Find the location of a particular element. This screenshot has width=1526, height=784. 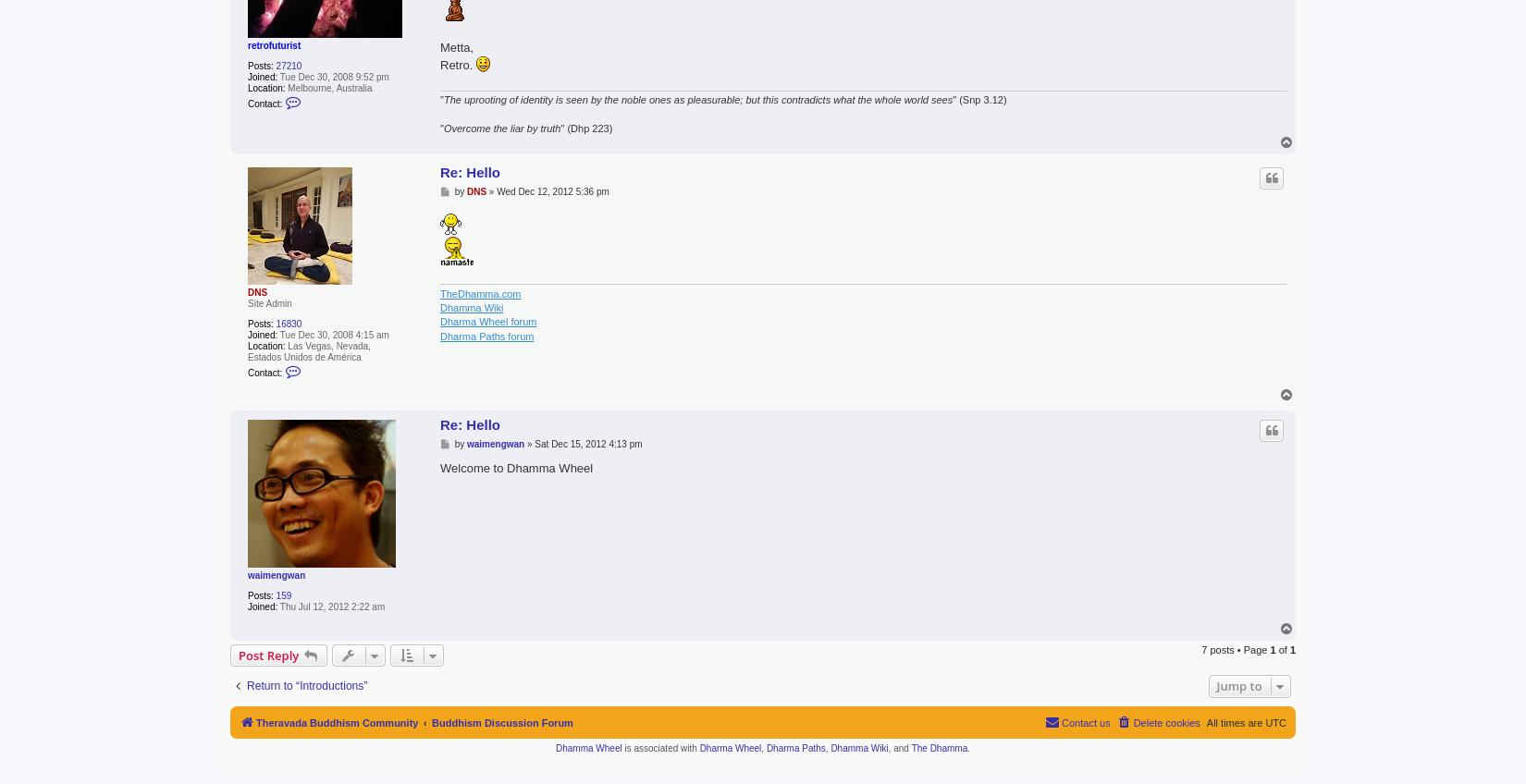

'The Dhamma' is located at coordinates (939, 747).